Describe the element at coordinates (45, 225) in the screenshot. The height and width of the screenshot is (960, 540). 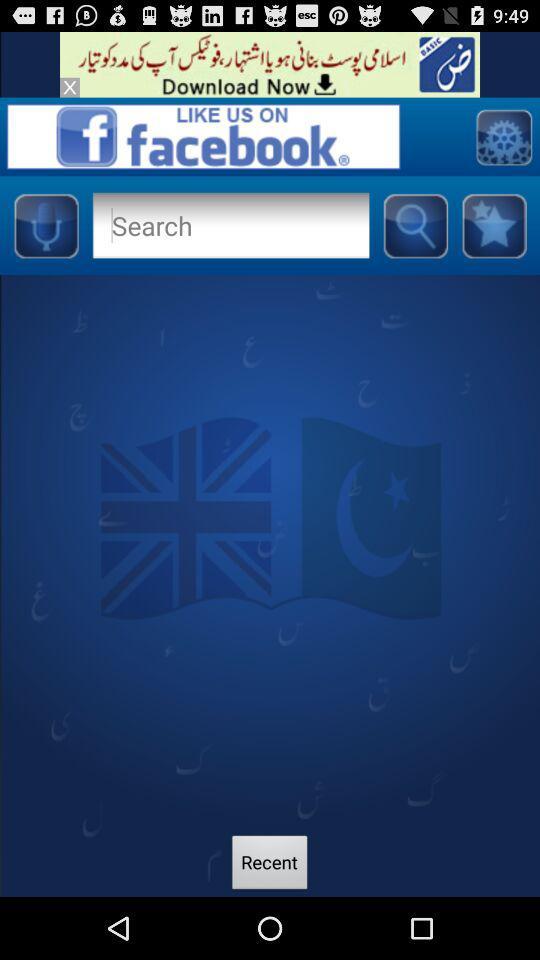
I see `use sound to search` at that location.